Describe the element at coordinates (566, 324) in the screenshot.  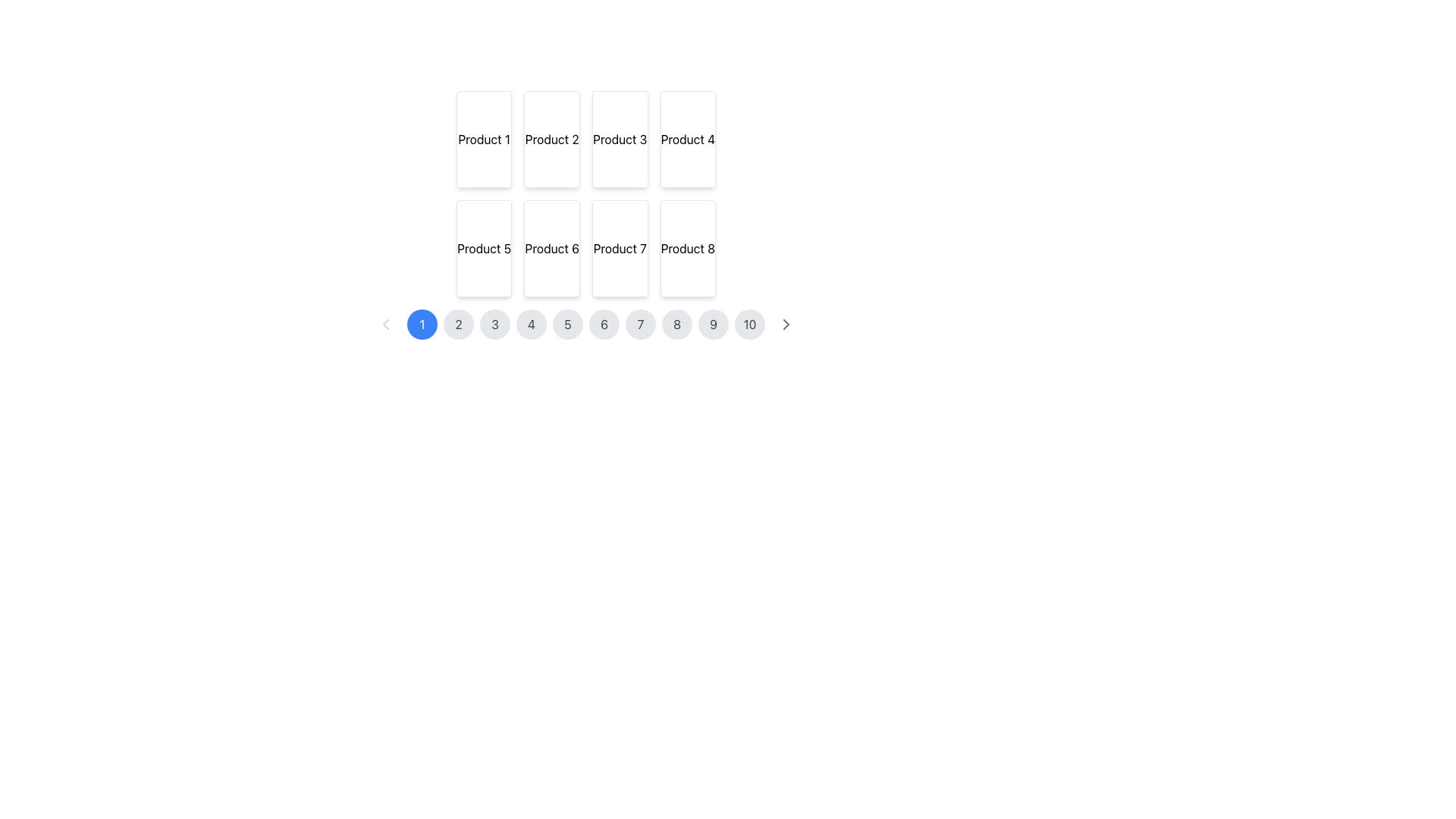
I see `the fifth circular pagination button, which has a light gray background and the number '5' in darker gray` at that location.